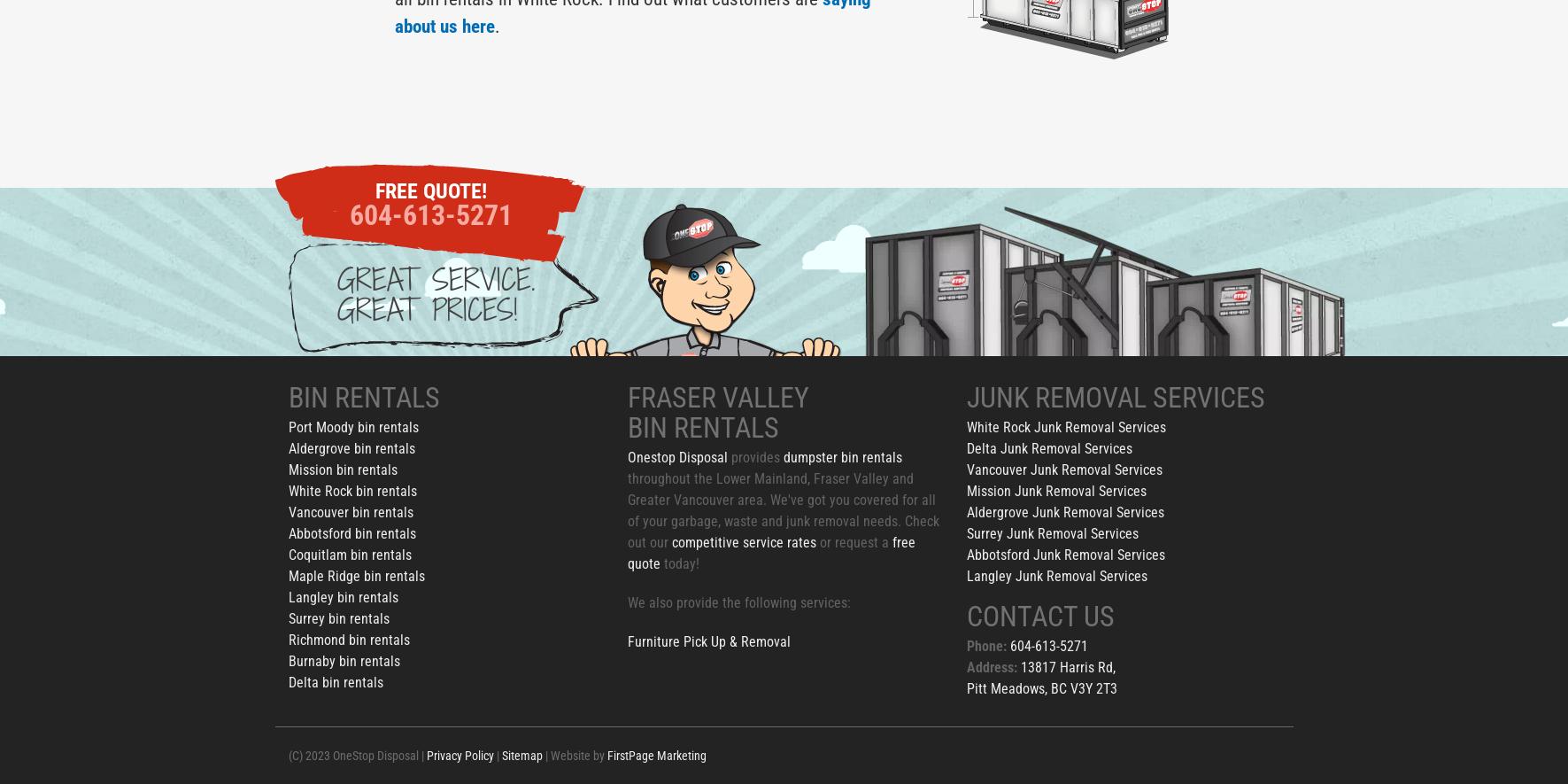 The width and height of the screenshot is (1568, 784). I want to click on 'Langley Junk Removal Services', so click(965, 576).